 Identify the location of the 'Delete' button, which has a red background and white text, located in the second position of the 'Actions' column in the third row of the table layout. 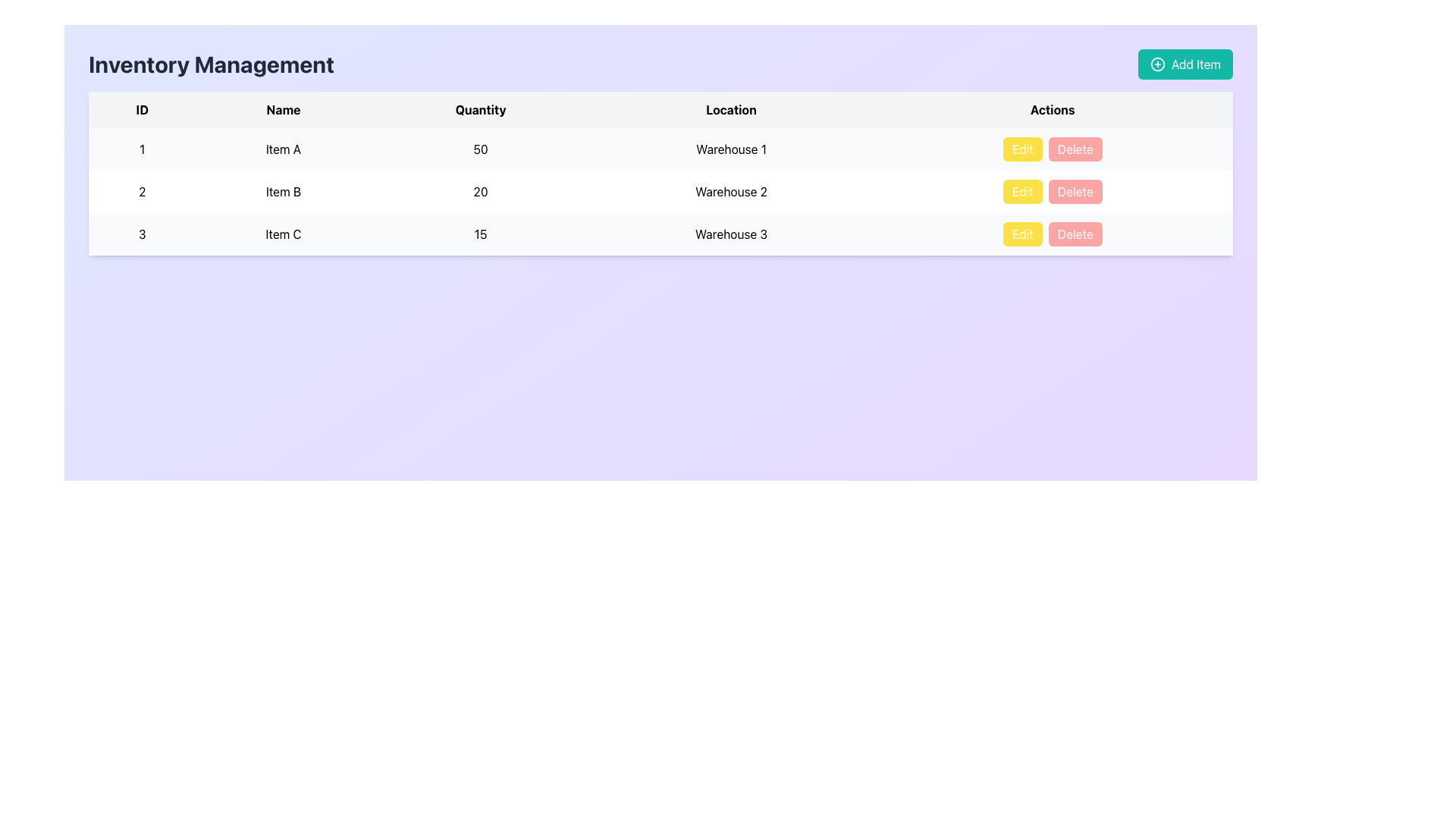
(1074, 234).